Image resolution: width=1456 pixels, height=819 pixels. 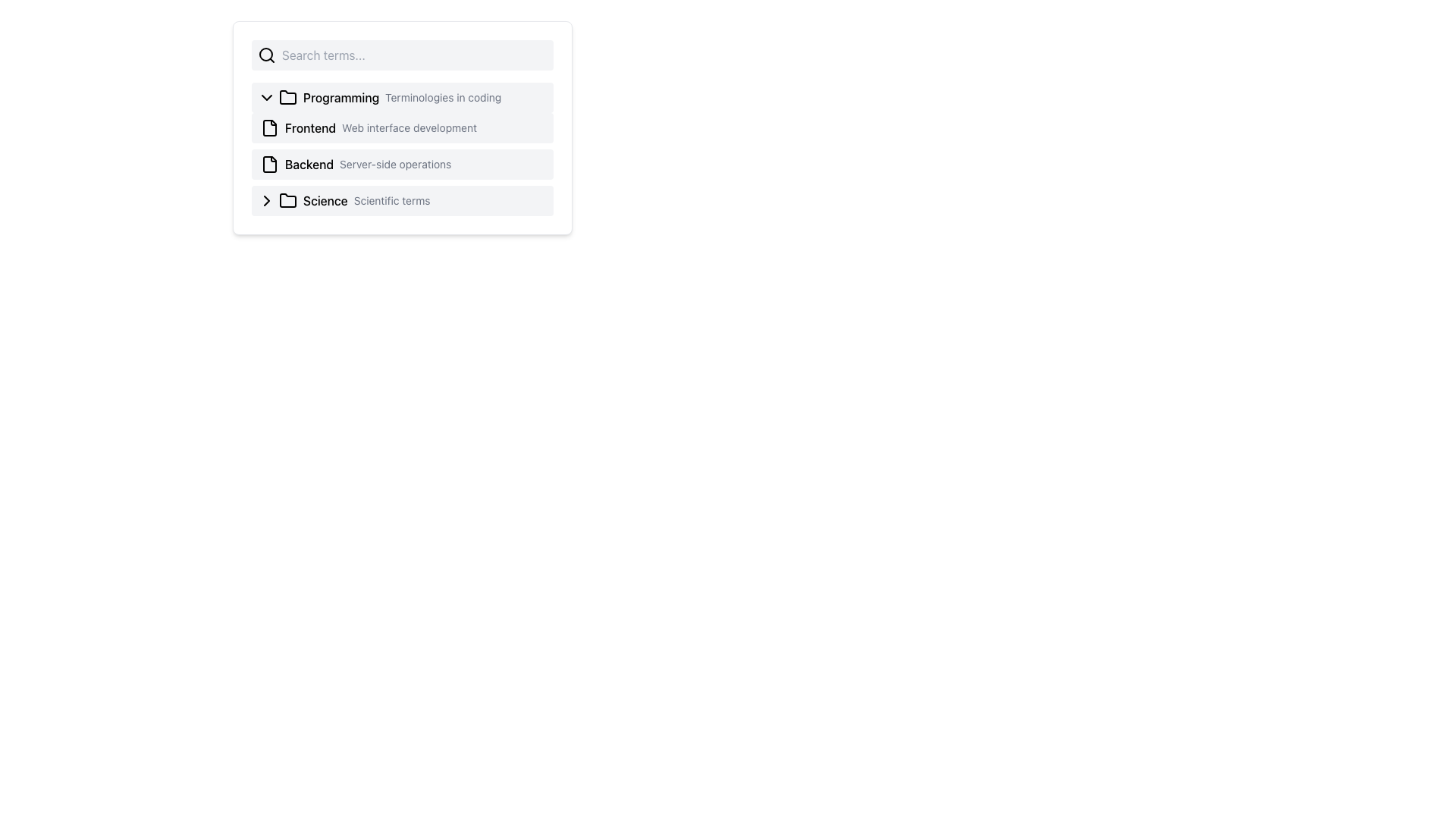 What do you see at coordinates (409, 127) in the screenshot?
I see `text label displaying 'Web interface development' in gray, located next to the bold 'Frontend' text under the 'Programming' category` at bounding box center [409, 127].